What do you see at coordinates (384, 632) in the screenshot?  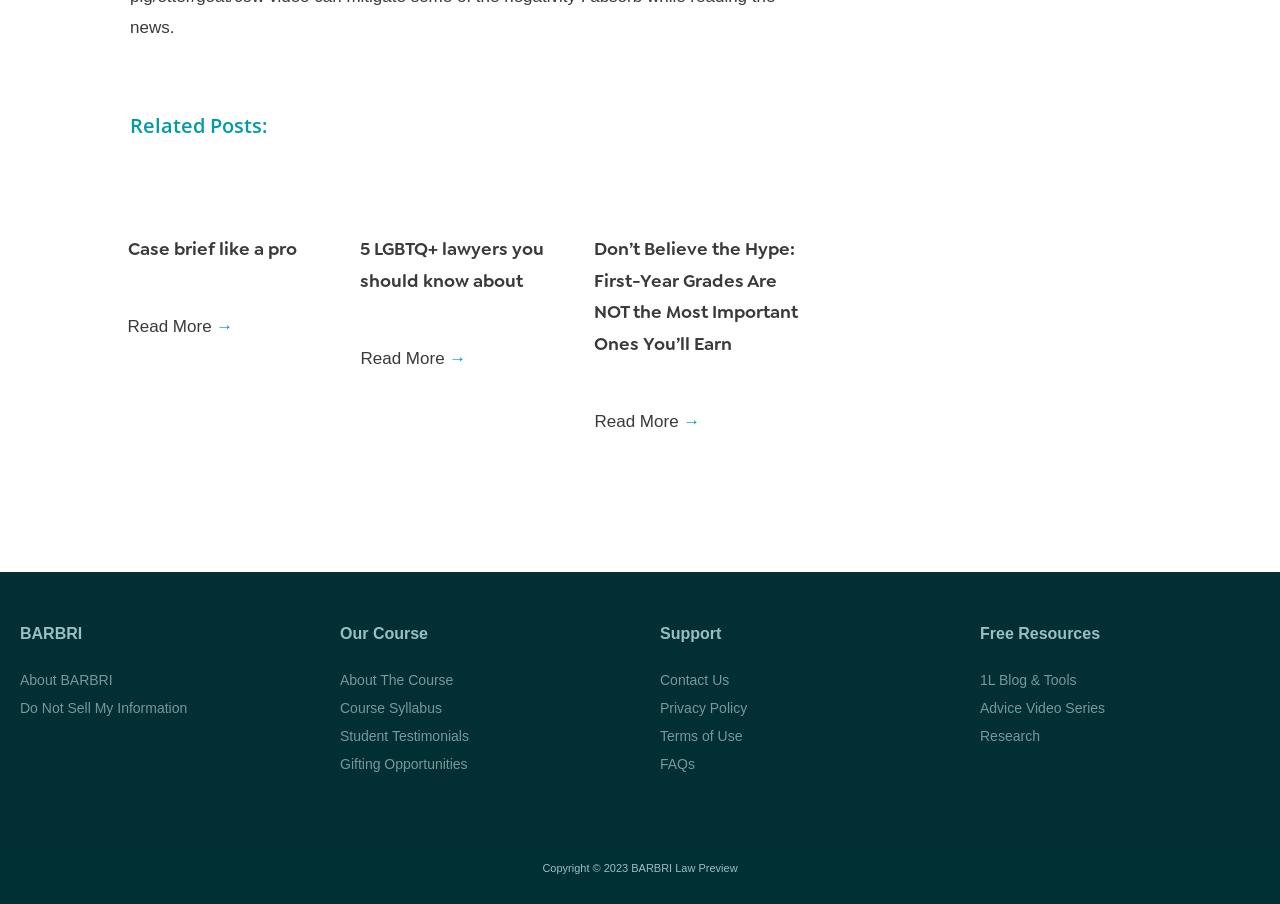 I see `'Our Course'` at bounding box center [384, 632].